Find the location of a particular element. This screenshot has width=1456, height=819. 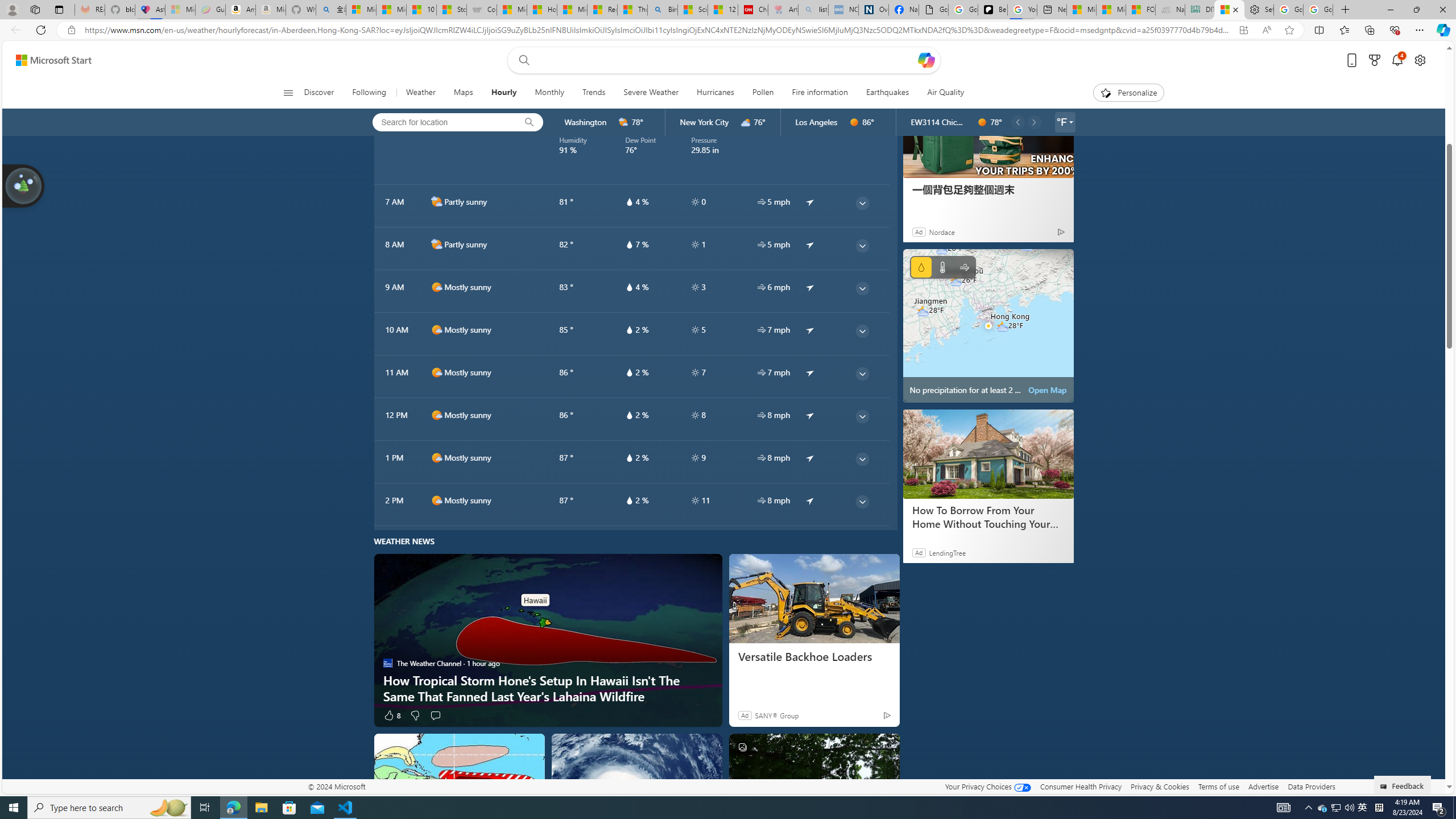

'No precipitation for at least 2 hours' is located at coordinates (988, 325).